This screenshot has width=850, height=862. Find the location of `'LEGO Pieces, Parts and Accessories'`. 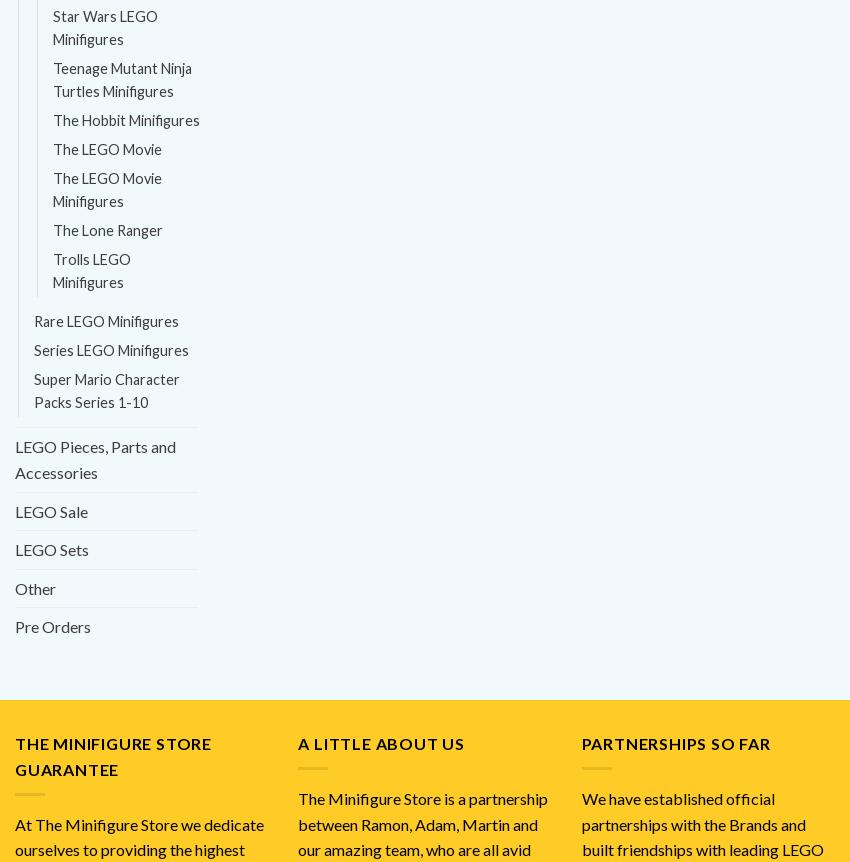

'LEGO Pieces, Parts and Accessories' is located at coordinates (94, 459).